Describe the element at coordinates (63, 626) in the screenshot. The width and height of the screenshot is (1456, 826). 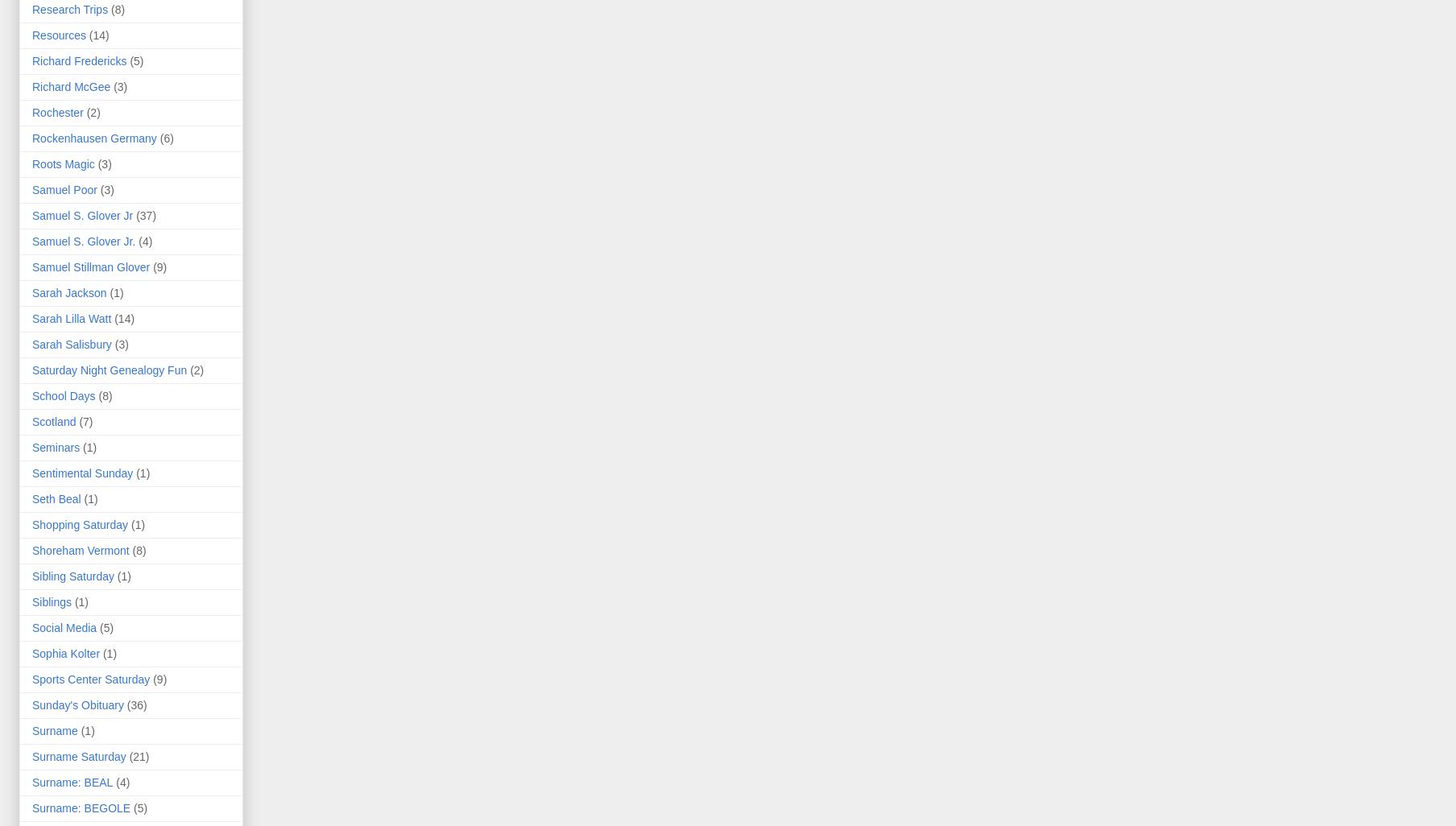
I see `'Social Media'` at that location.